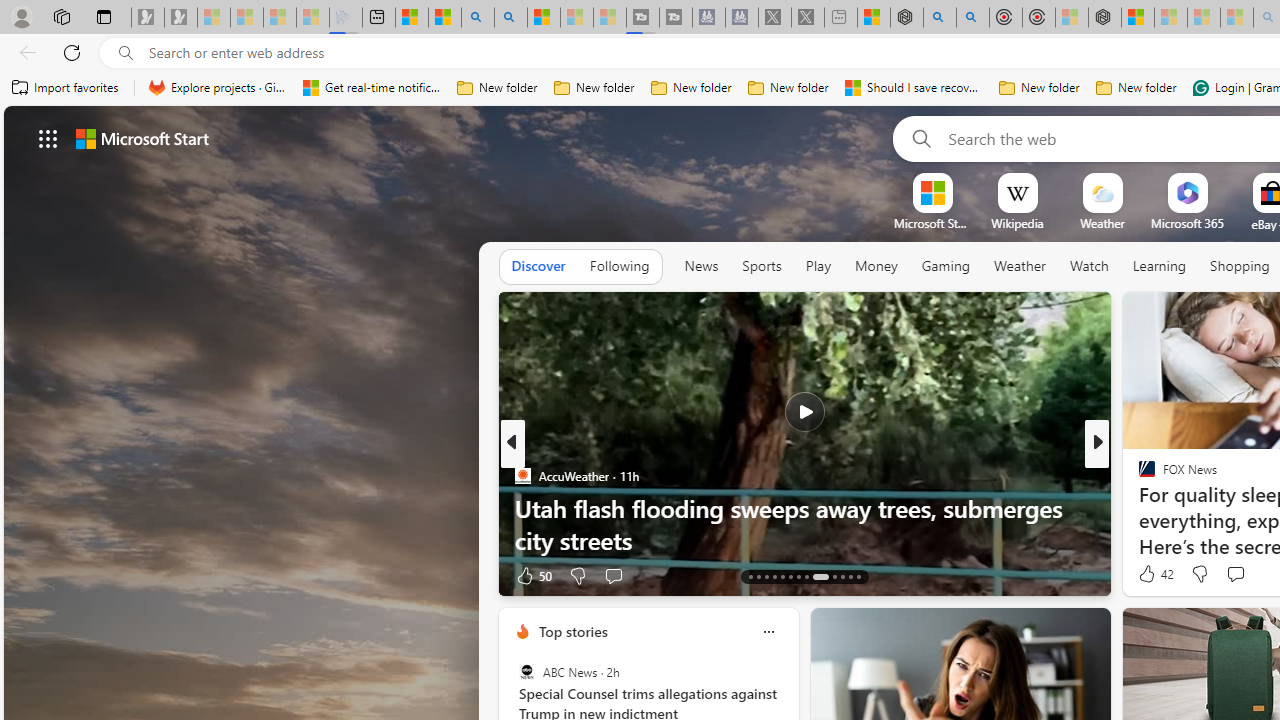 The image size is (1280, 720). What do you see at coordinates (48, 137) in the screenshot?
I see `'AutomationID: waffle'` at bounding box center [48, 137].